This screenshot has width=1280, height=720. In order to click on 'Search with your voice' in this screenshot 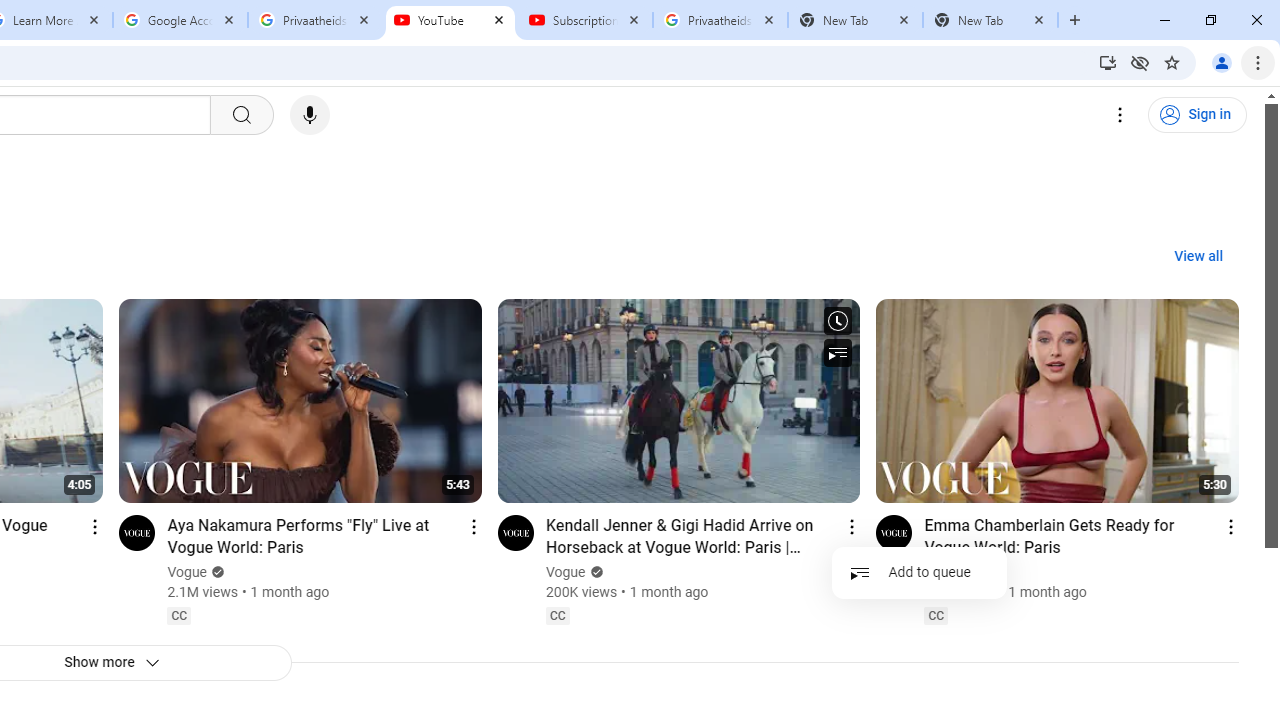, I will do `click(308, 115)`.